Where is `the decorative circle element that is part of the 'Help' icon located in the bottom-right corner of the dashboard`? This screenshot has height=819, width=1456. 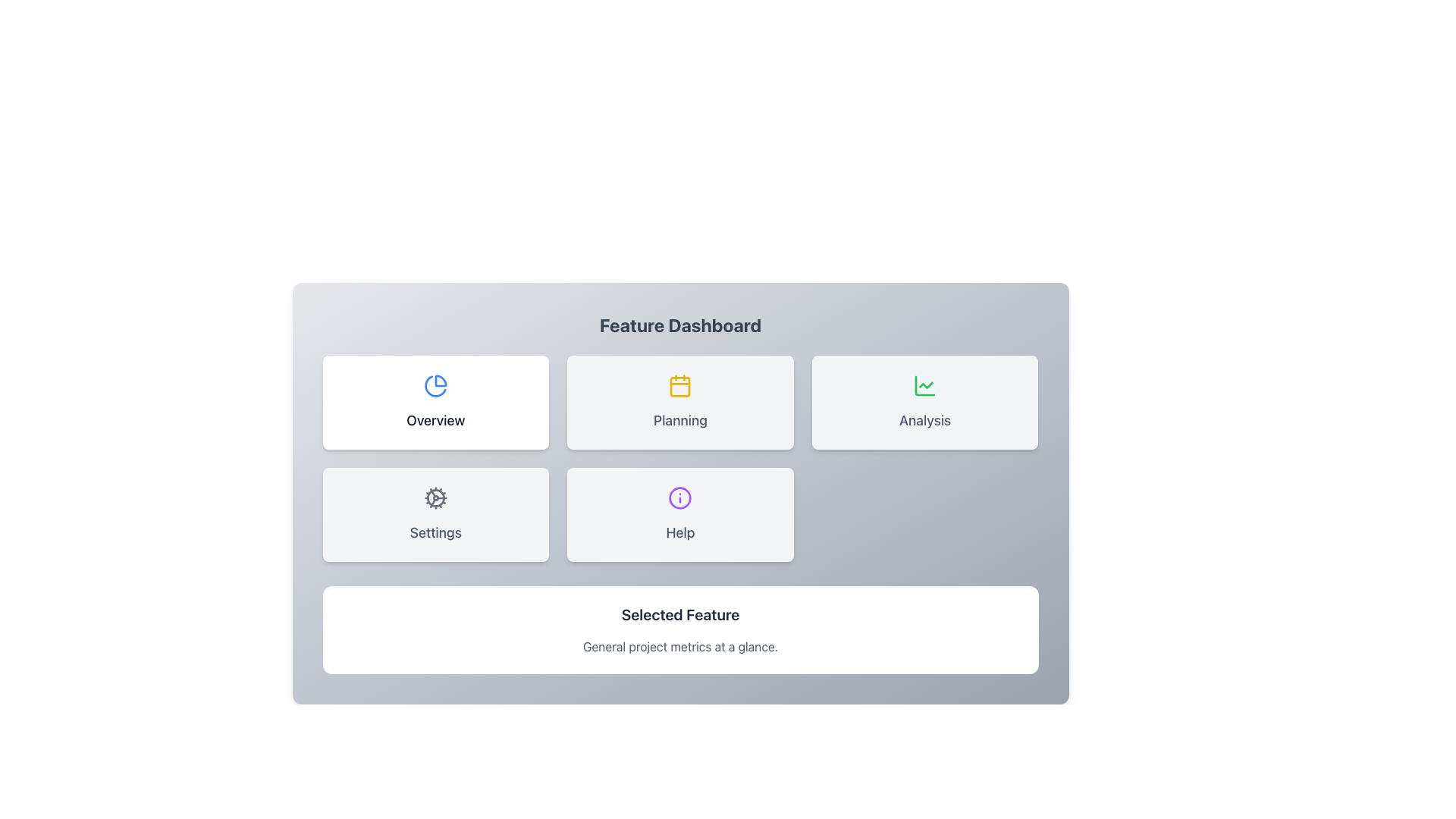
the decorative circle element that is part of the 'Help' icon located in the bottom-right corner of the dashboard is located at coordinates (679, 497).